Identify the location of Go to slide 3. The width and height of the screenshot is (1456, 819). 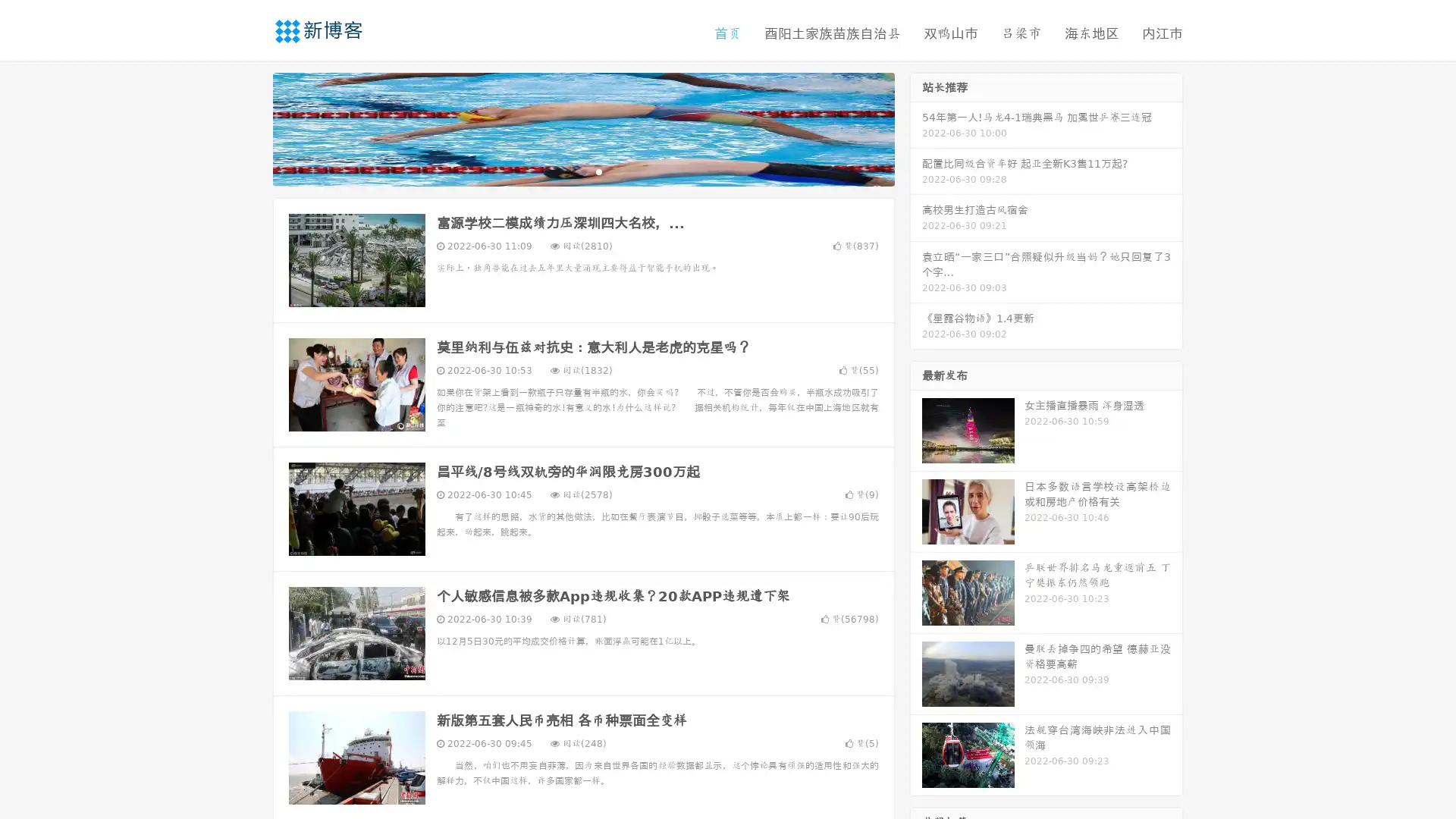
(598, 171).